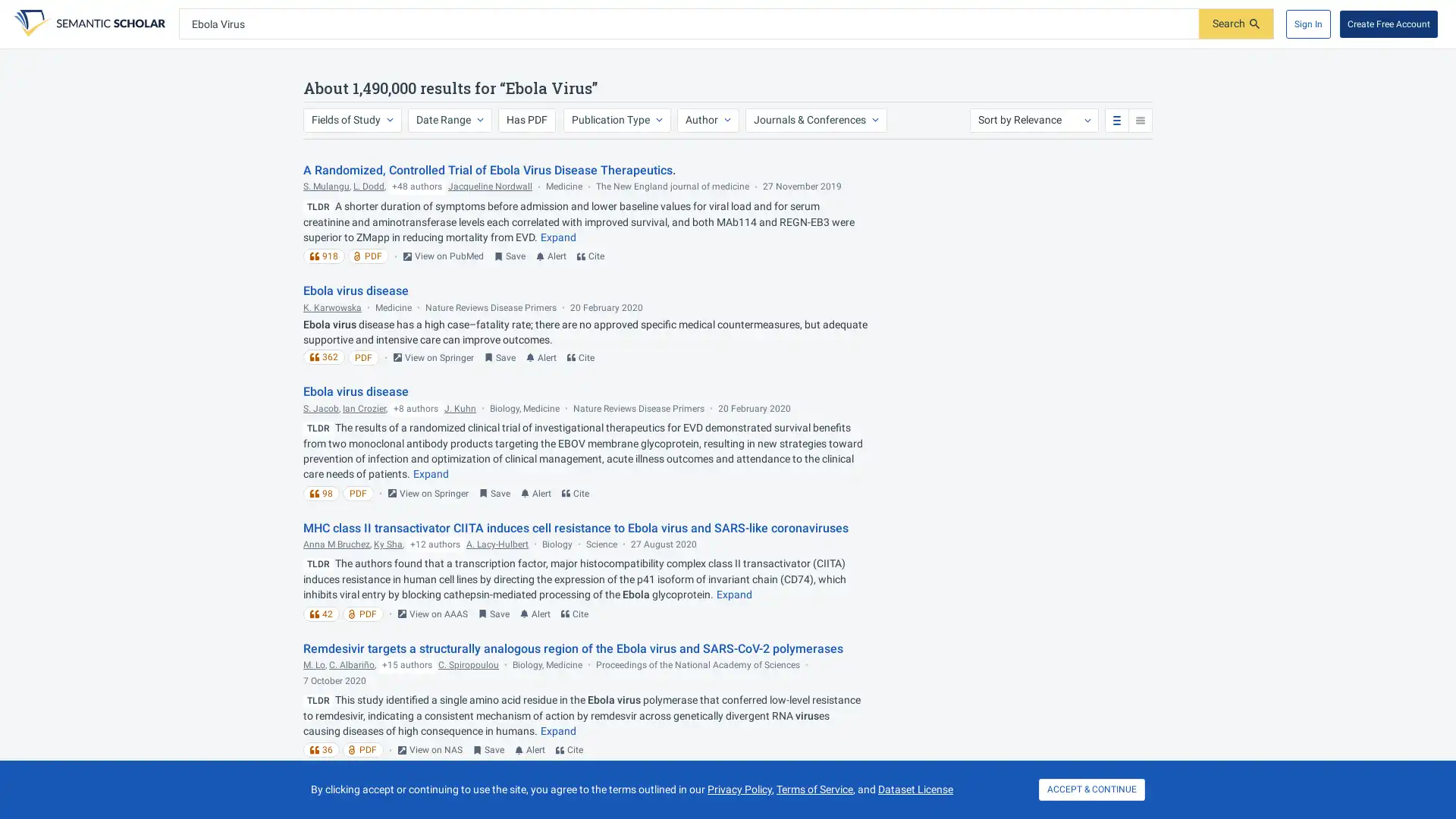 The width and height of the screenshot is (1456, 819). I want to click on Create Free Account, so click(1389, 24).